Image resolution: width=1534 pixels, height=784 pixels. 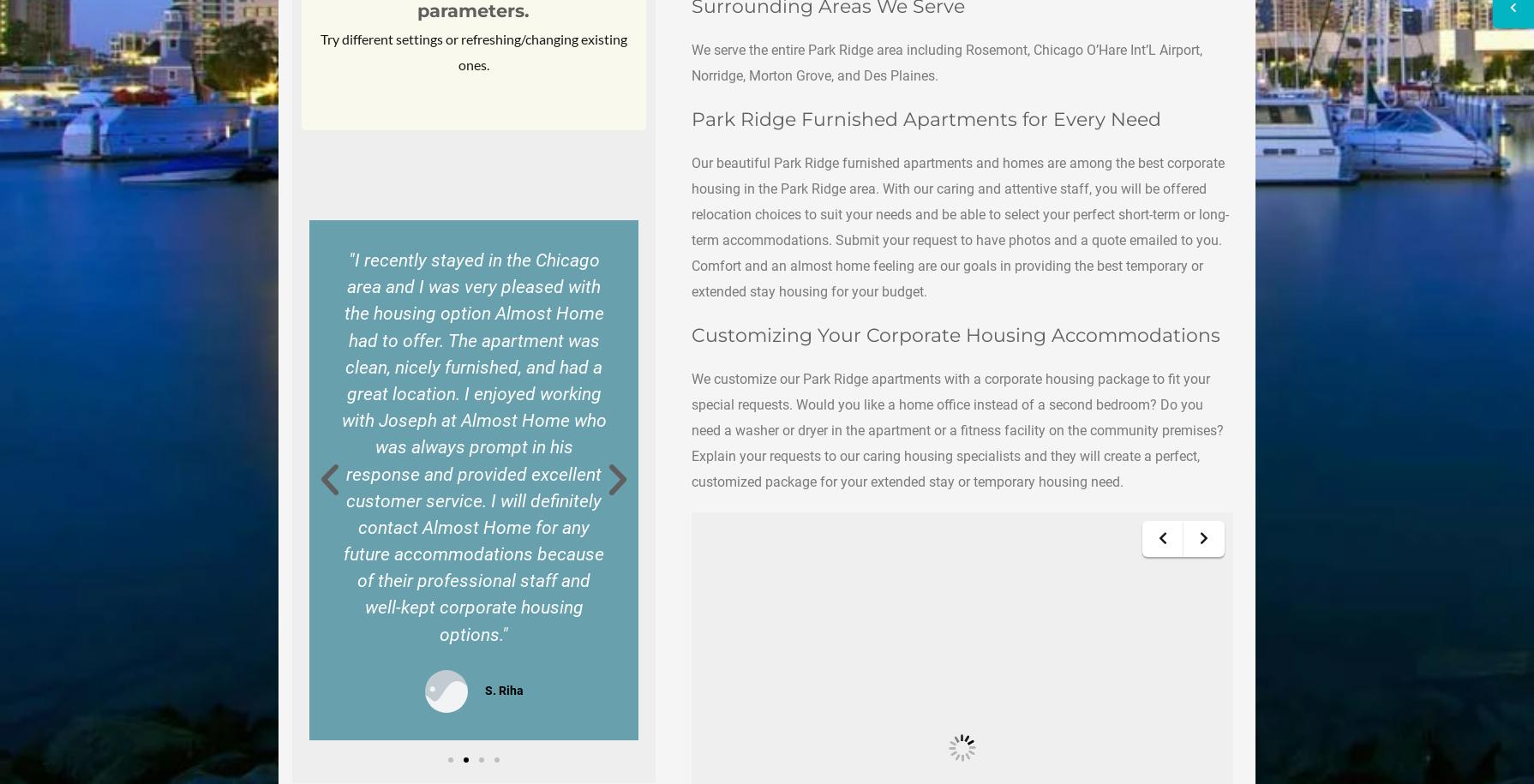 I want to click on 'M. Gingras', so click(x=165, y=476).